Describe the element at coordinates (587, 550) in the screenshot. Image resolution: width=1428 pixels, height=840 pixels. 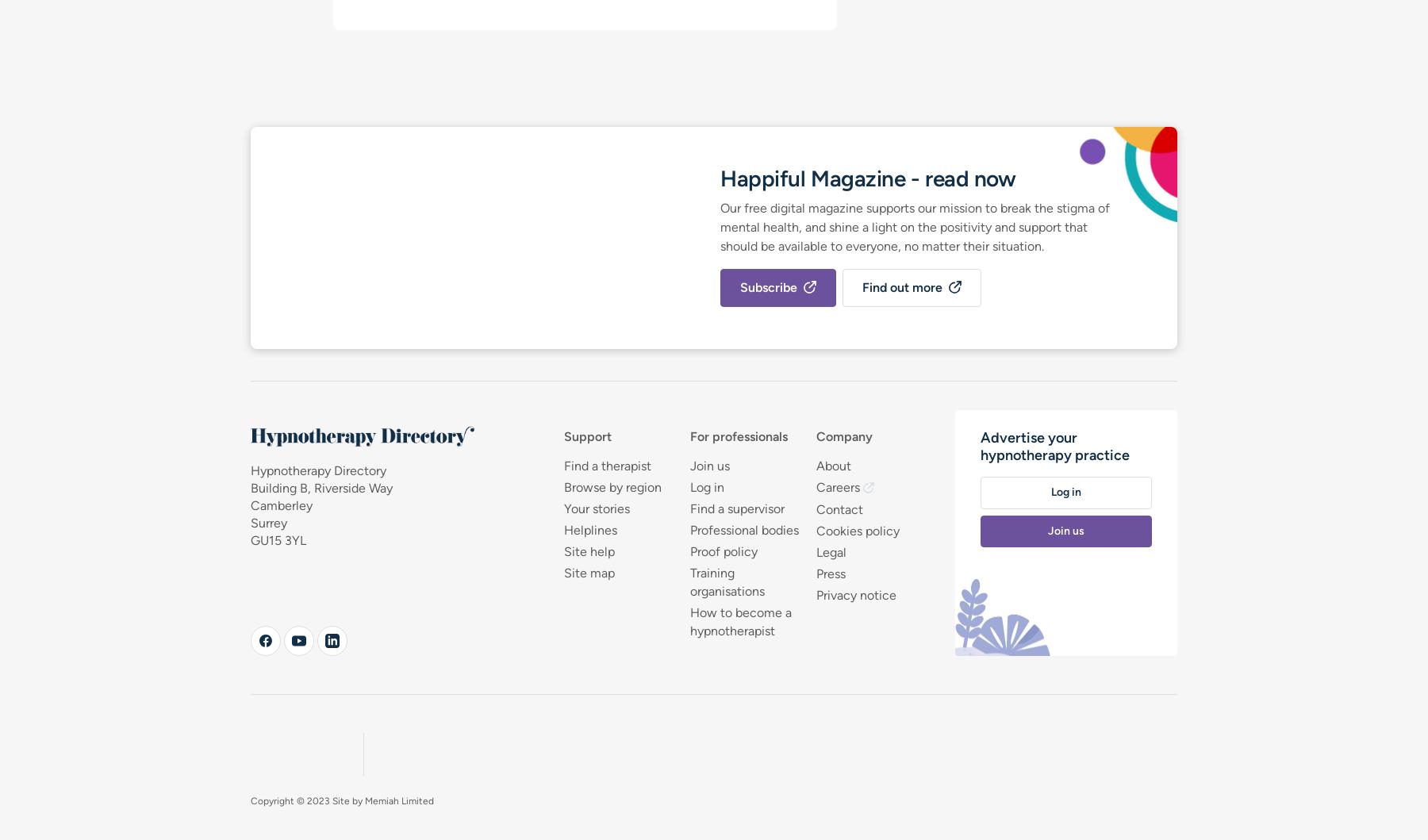
I see `'Site help'` at that location.